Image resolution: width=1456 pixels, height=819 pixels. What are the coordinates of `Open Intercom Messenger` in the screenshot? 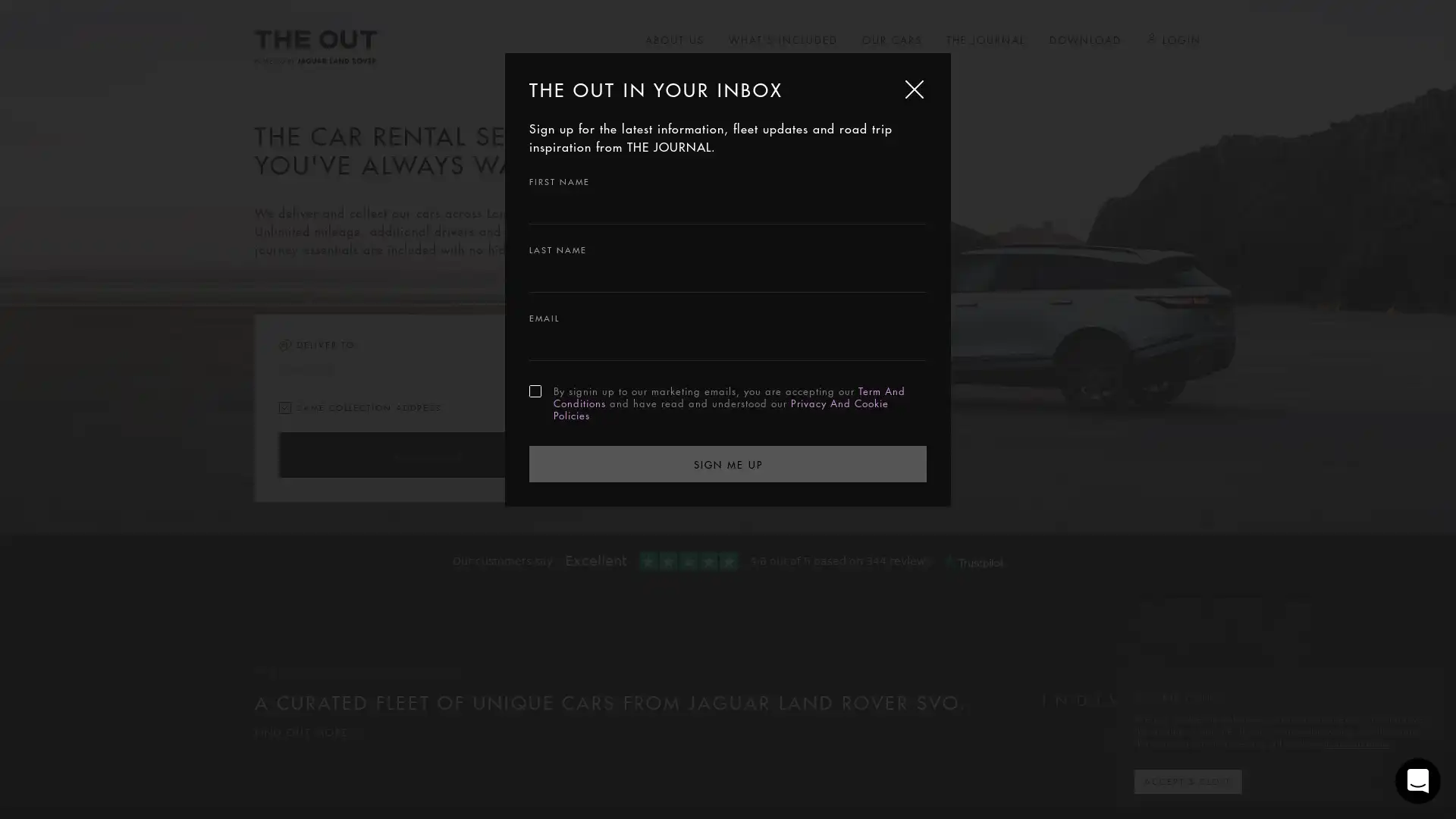 It's located at (1417, 780).